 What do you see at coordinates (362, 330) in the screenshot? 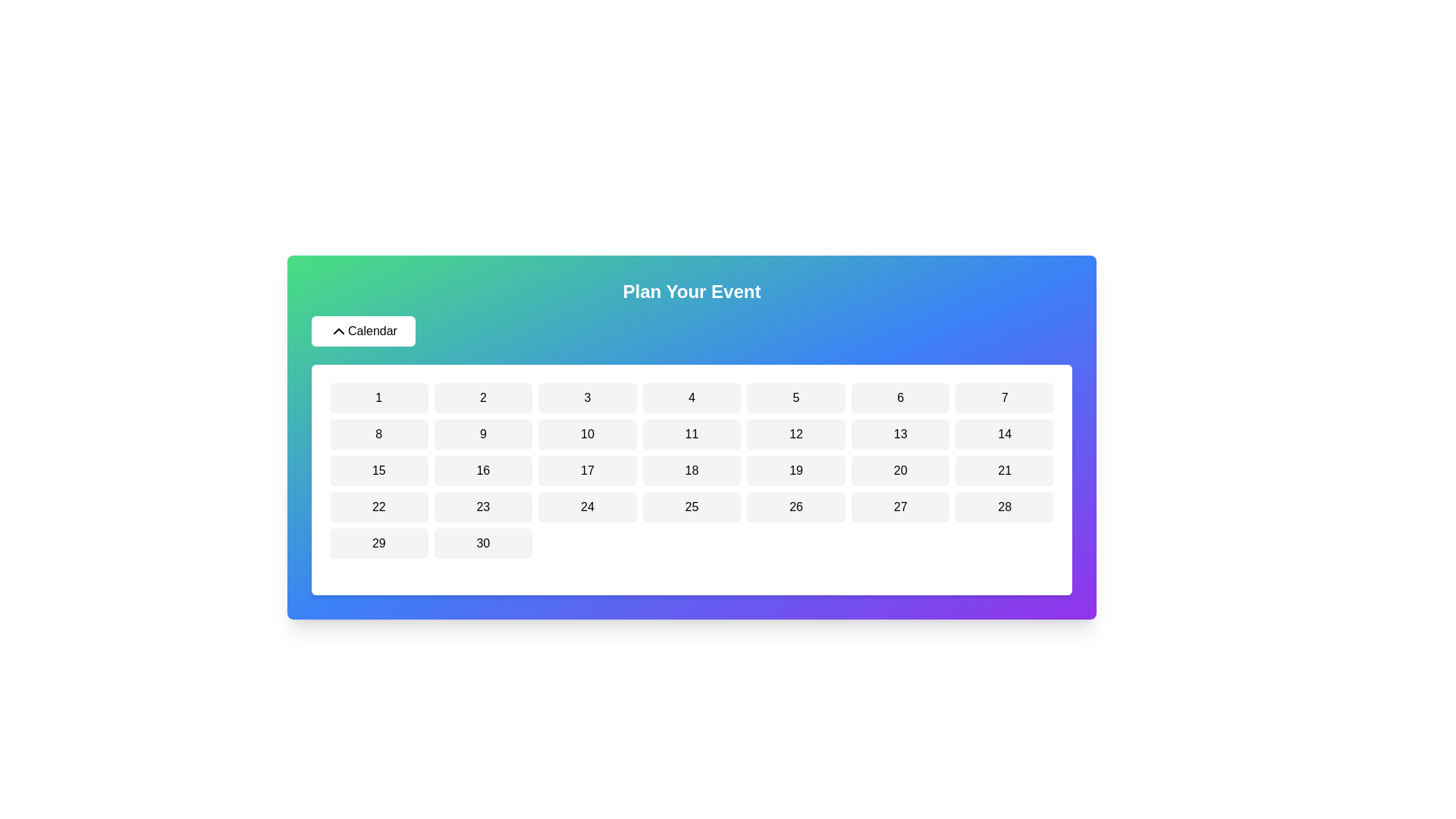
I see `the toggle button located below the heading 'Plan Your Event'` at bounding box center [362, 330].